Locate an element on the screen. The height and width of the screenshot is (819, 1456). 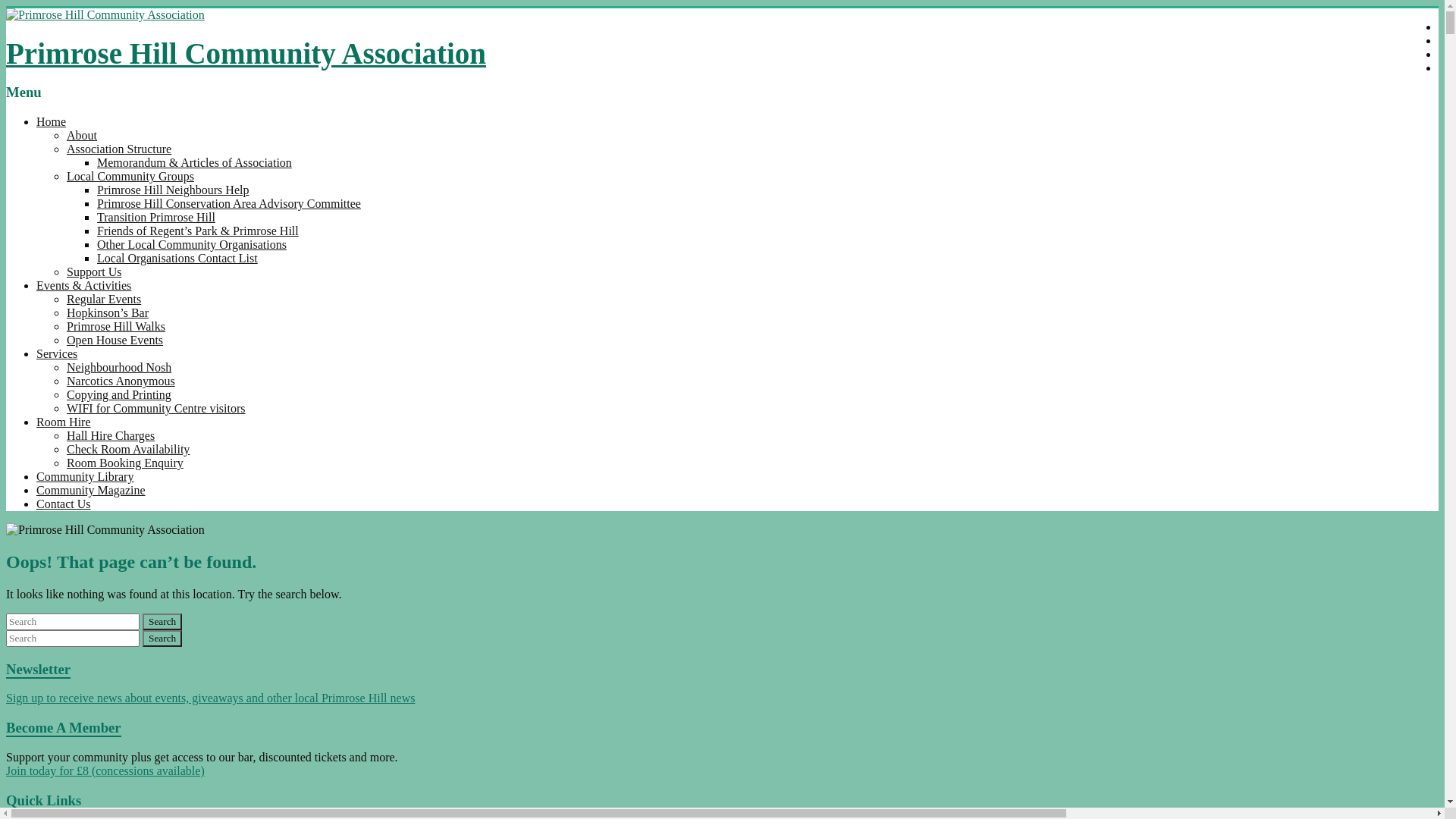
'Primrose Hill Conservation Area Advisory Committee' is located at coordinates (228, 202).